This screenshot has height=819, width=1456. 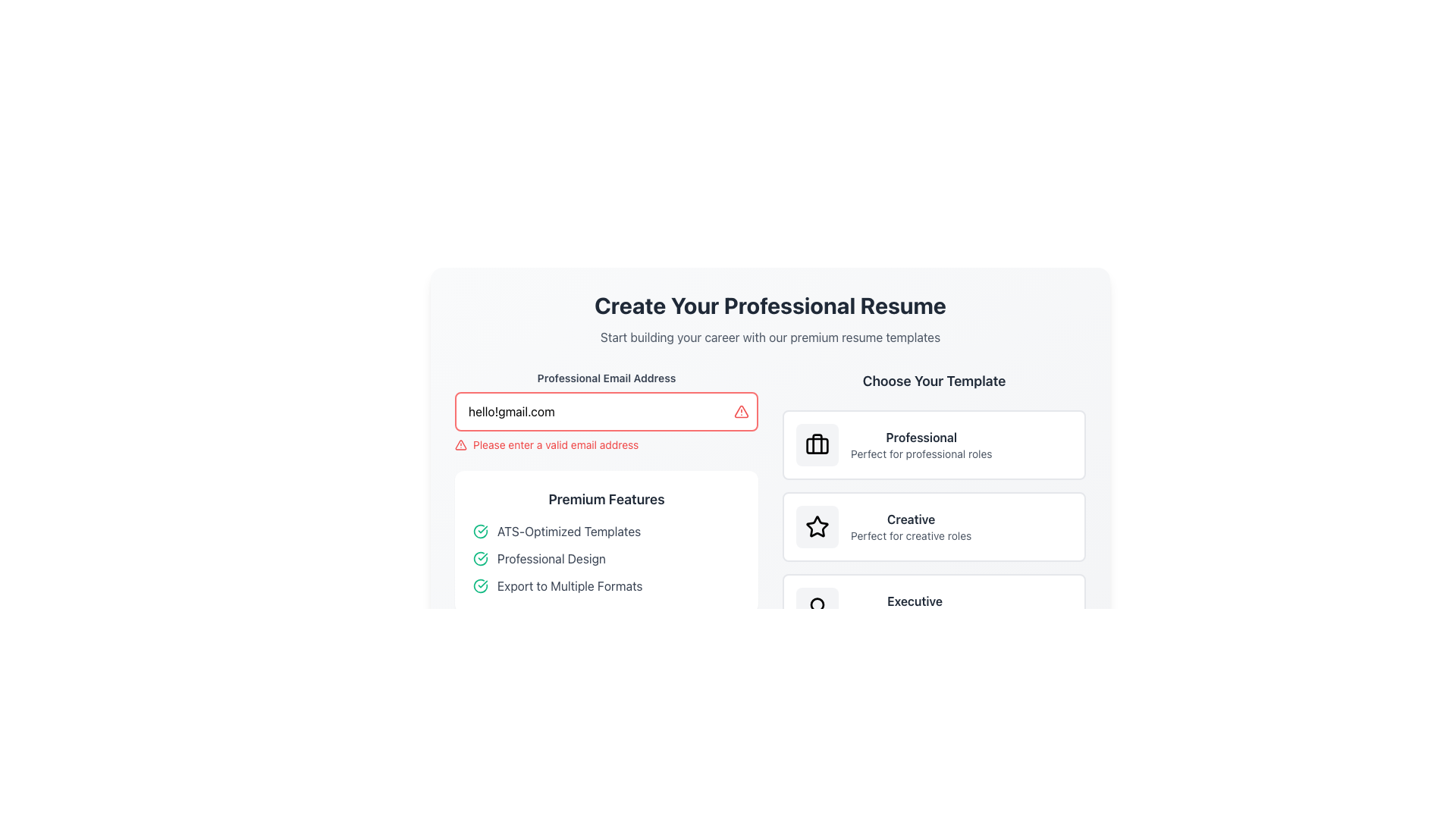 I want to click on the 'Creative' template selectable card option, which is the second option, so click(x=934, y=507).